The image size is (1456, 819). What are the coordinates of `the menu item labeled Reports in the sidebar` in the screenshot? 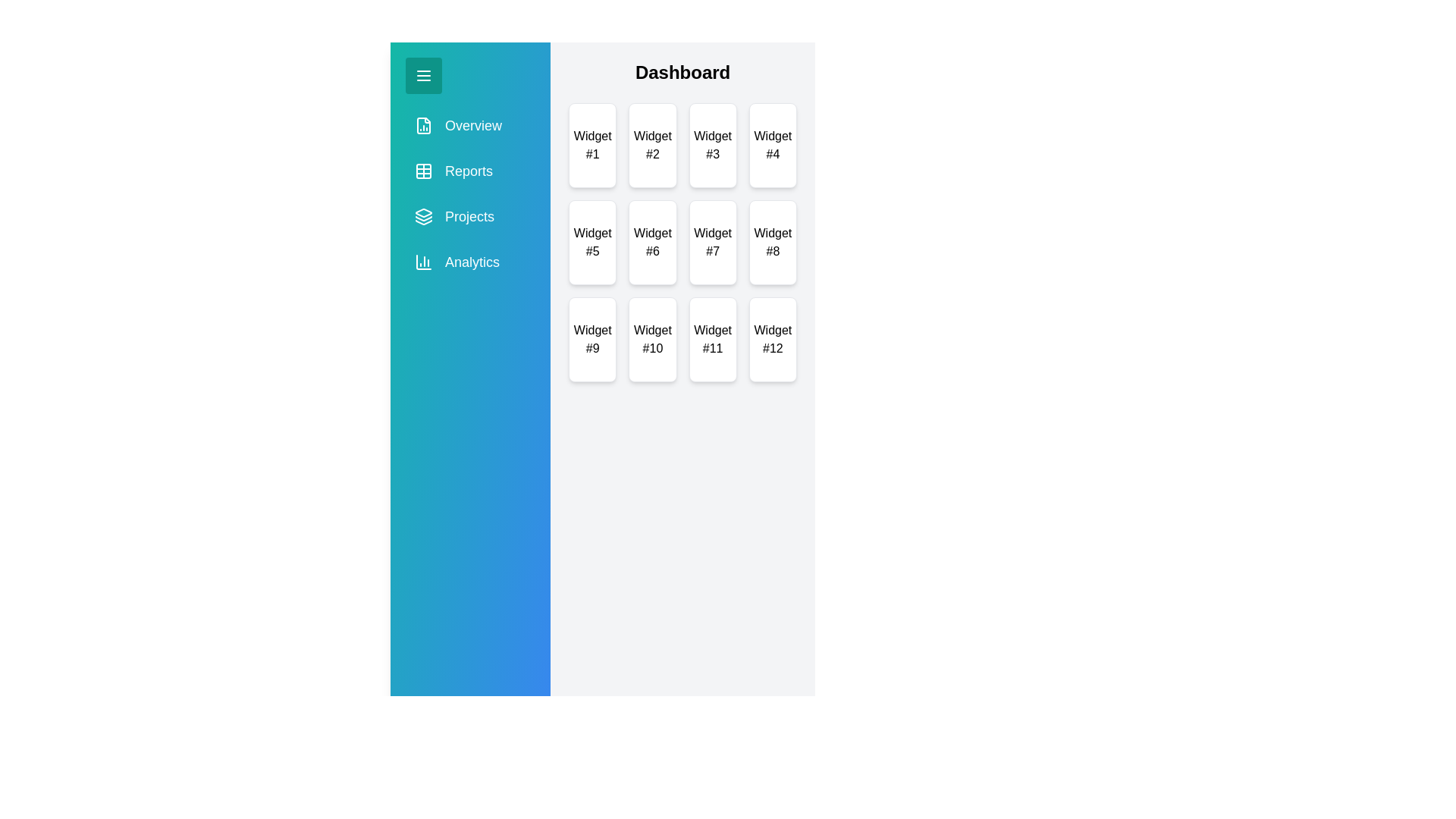 It's located at (469, 171).